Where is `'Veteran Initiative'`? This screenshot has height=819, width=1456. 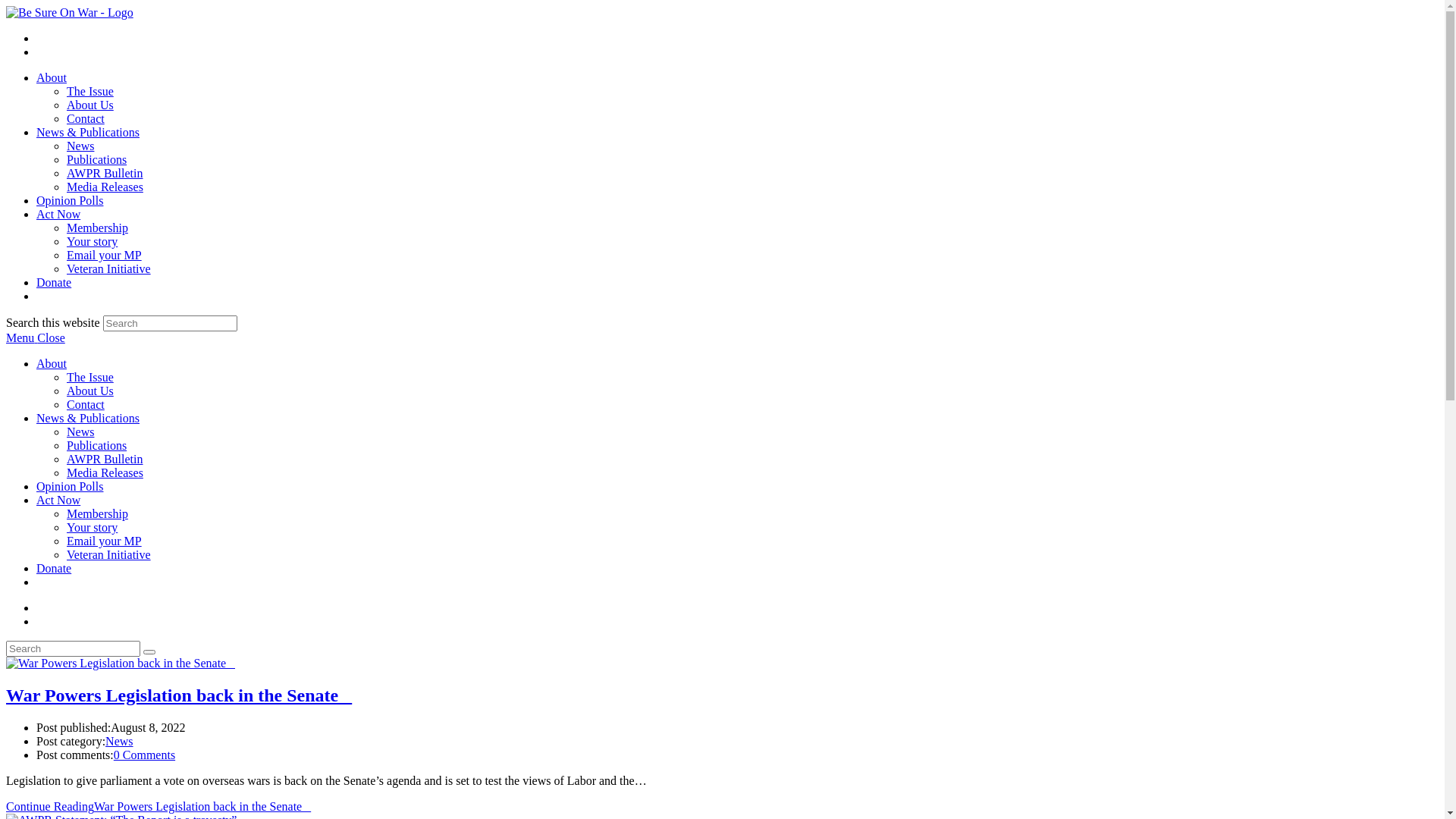 'Veteran Initiative' is located at coordinates (108, 554).